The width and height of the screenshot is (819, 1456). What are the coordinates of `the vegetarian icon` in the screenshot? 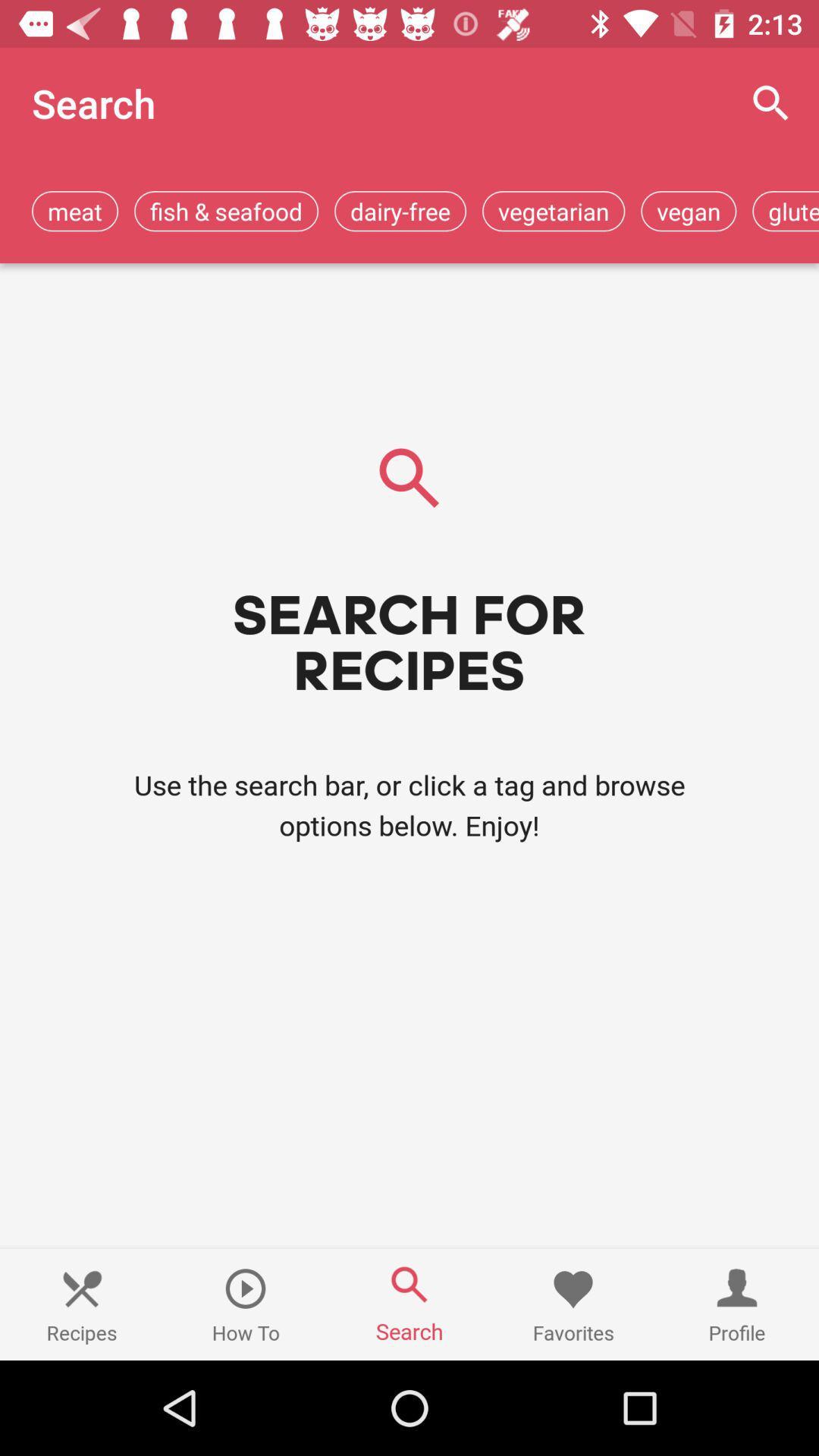 It's located at (554, 210).